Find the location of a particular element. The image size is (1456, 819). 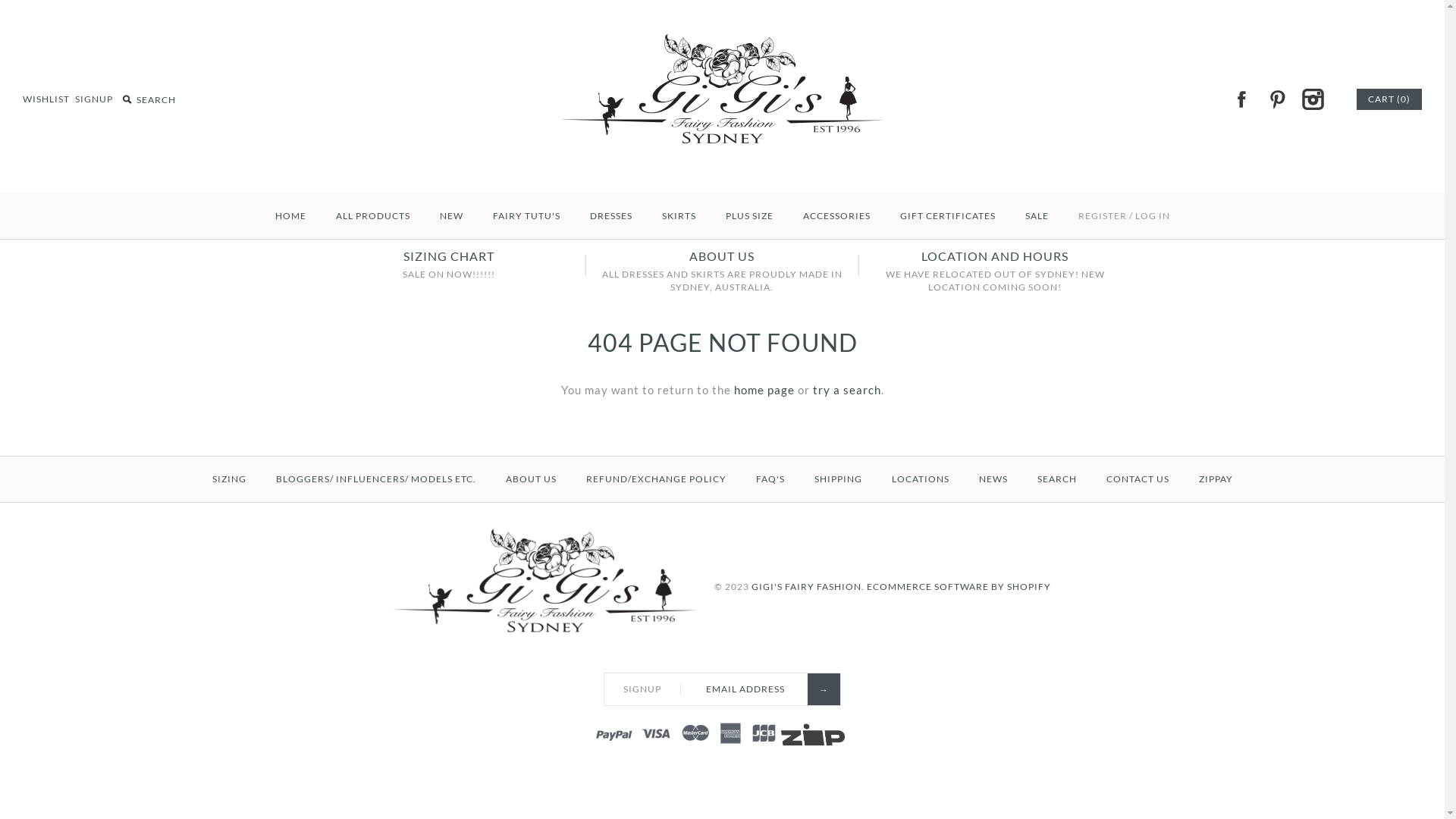

'NEWS' is located at coordinates (993, 479).